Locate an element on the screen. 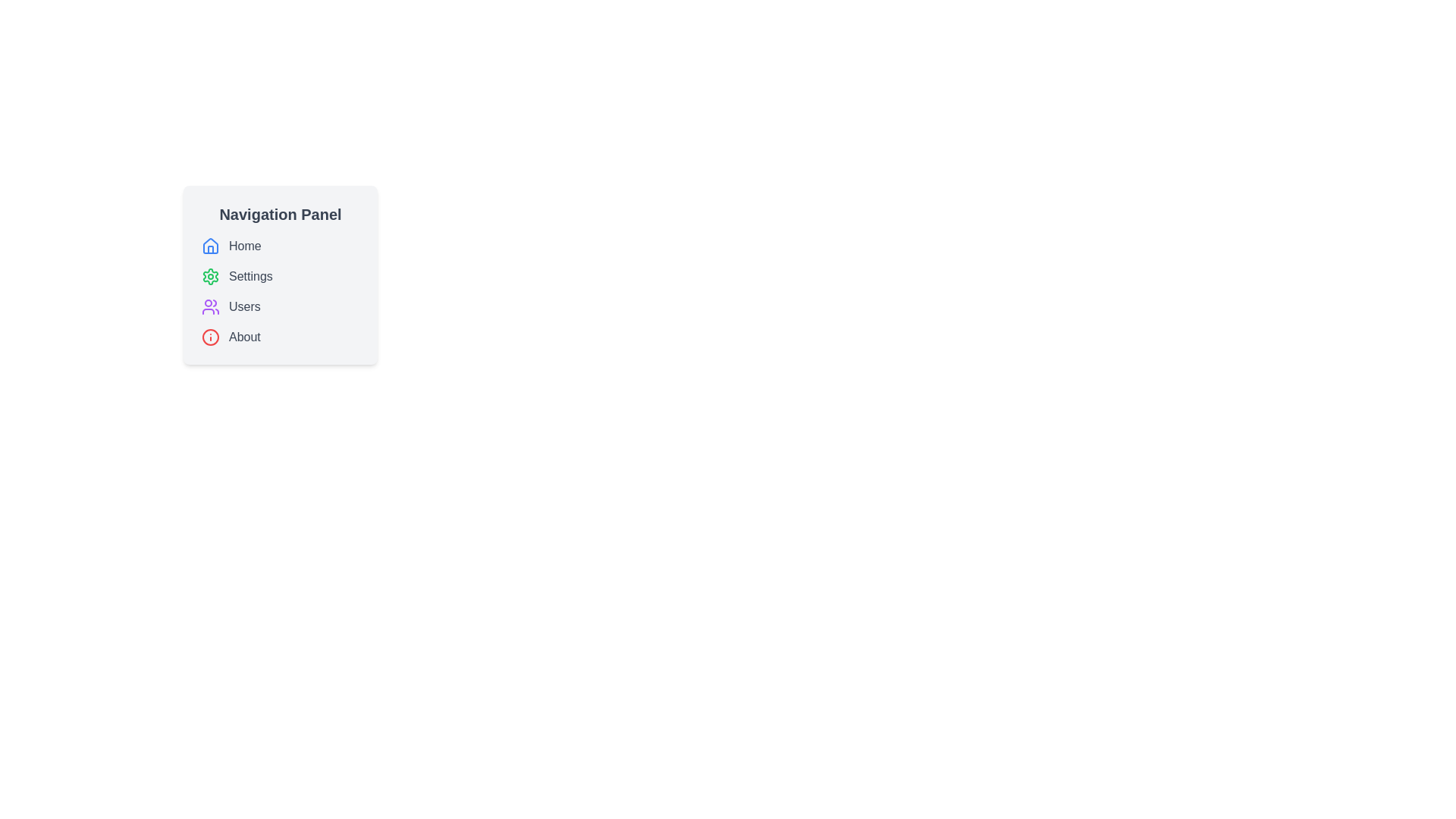 This screenshot has width=1456, height=819. the informational icon associated with the 'About' label located at the bottom of the navigation list is located at coordinates (210, 336).